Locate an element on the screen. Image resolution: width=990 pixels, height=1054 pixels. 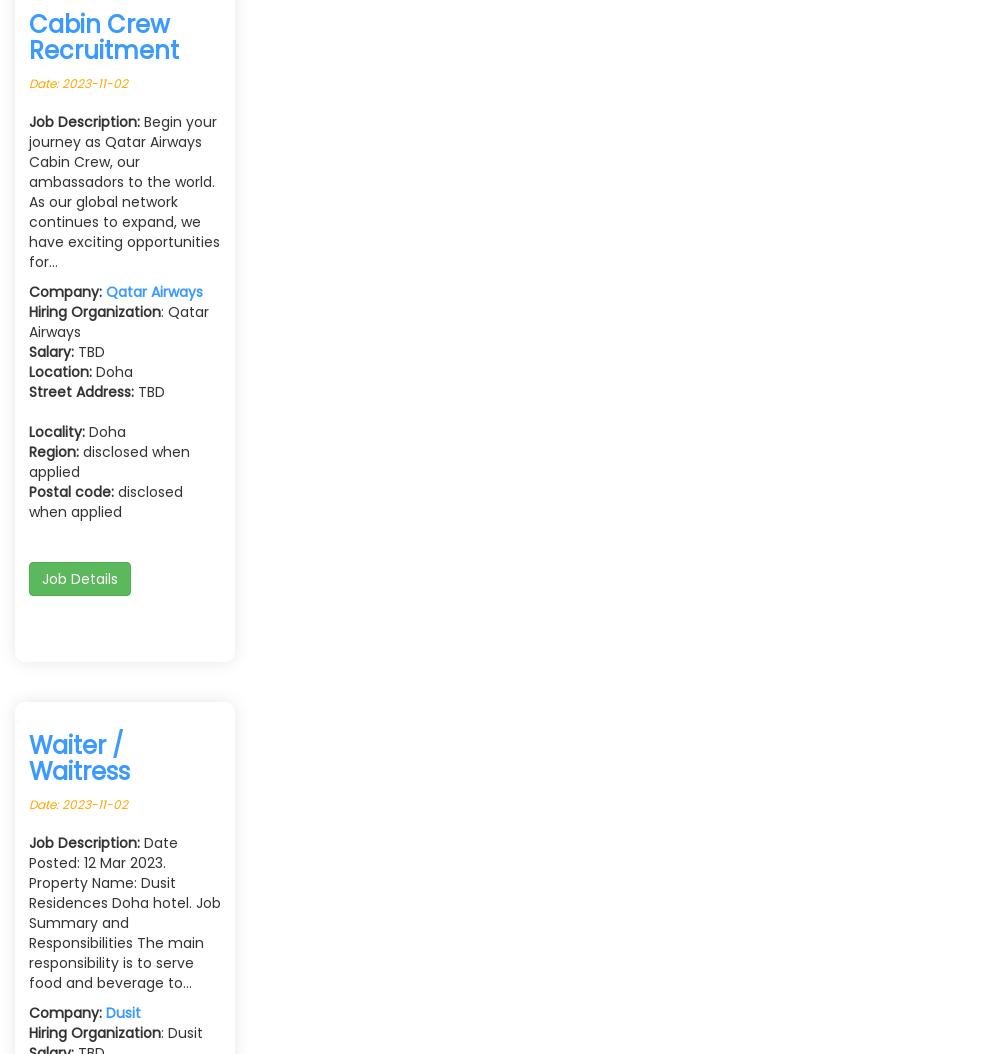
'Qatar Airways' is located at coordinates (105, 290).